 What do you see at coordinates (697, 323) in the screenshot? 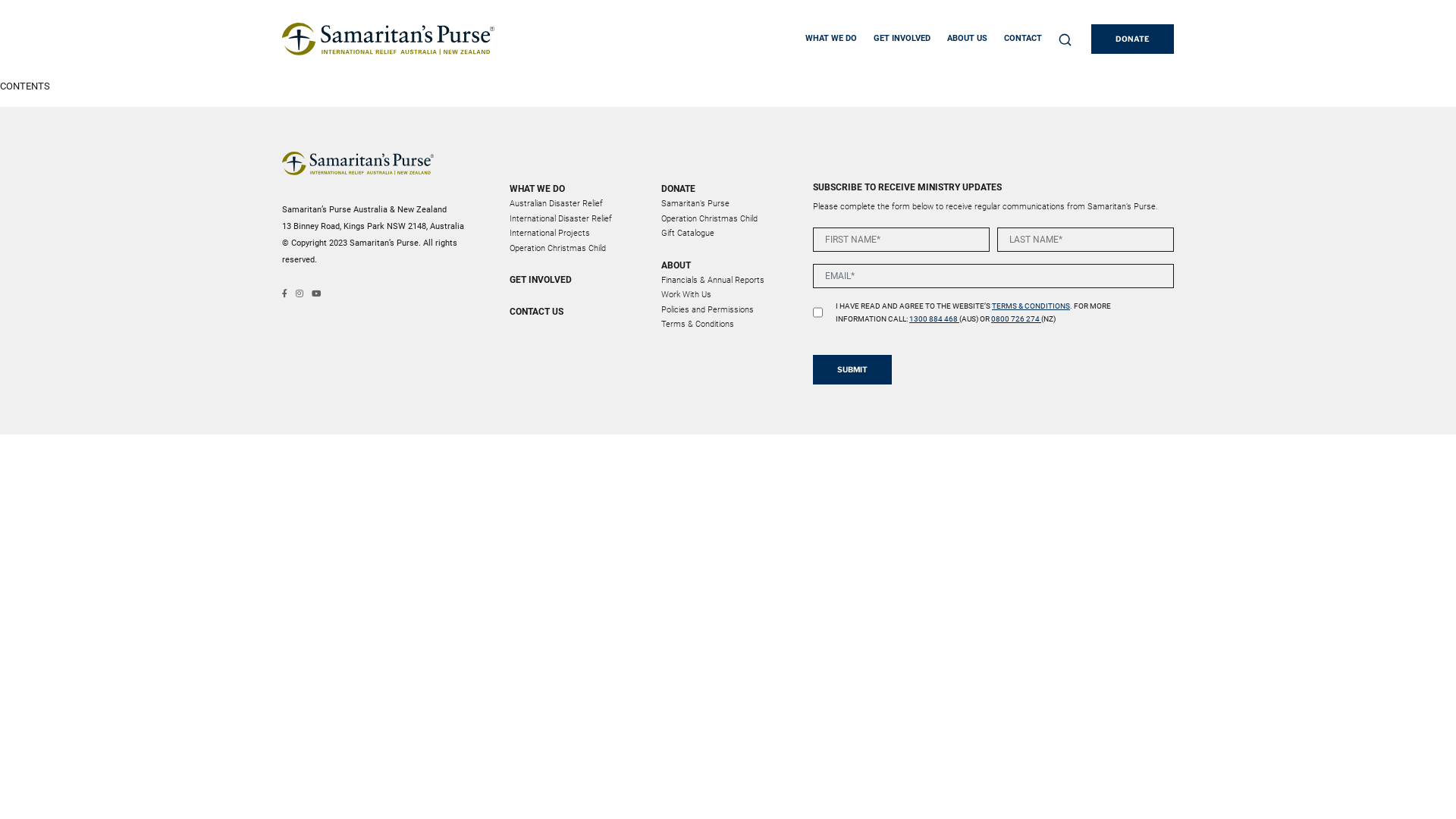
I see `'Terms & Conditions'` at bounding box center [697, 323].